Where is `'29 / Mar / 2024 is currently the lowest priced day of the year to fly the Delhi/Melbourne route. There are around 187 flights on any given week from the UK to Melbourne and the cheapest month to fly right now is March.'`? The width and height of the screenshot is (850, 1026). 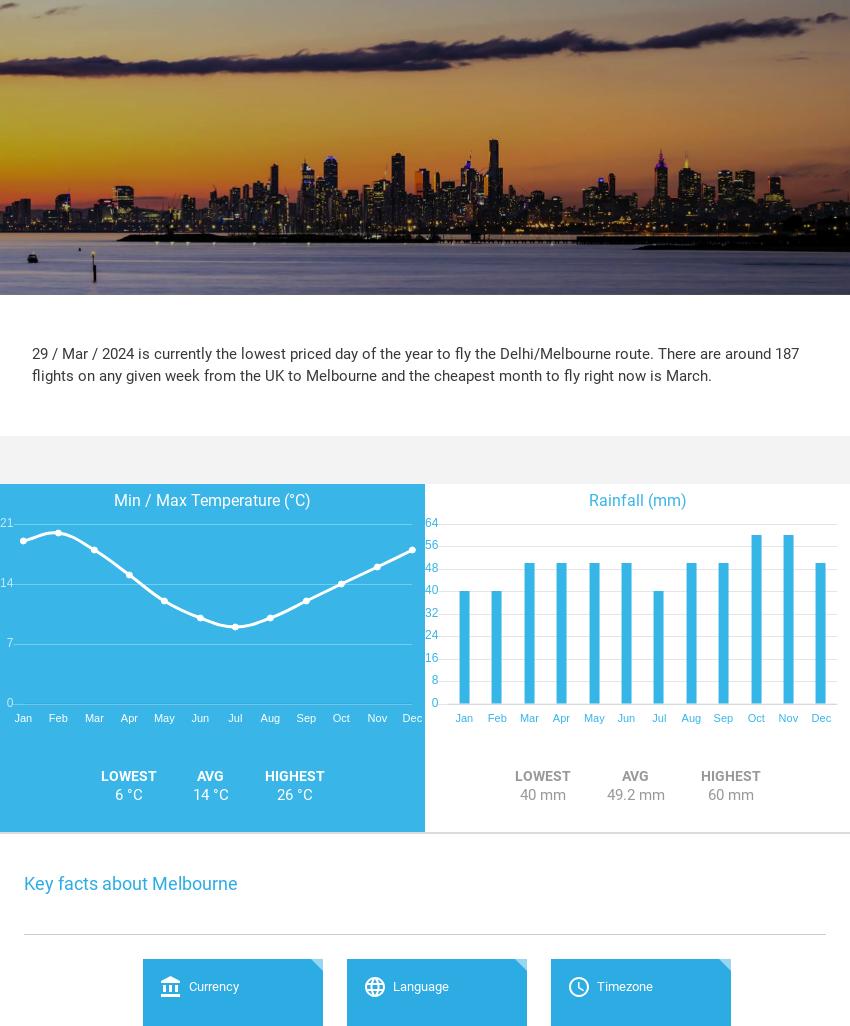
'29 / Mar / 2024 is currently the lowest priced day of the year to fly the Delhi/Melbourne route. There are around 187 flights on any given week from the UK to Melbourne and the cheapest month to fly right now is March.' is located at coordinates (30, 363).